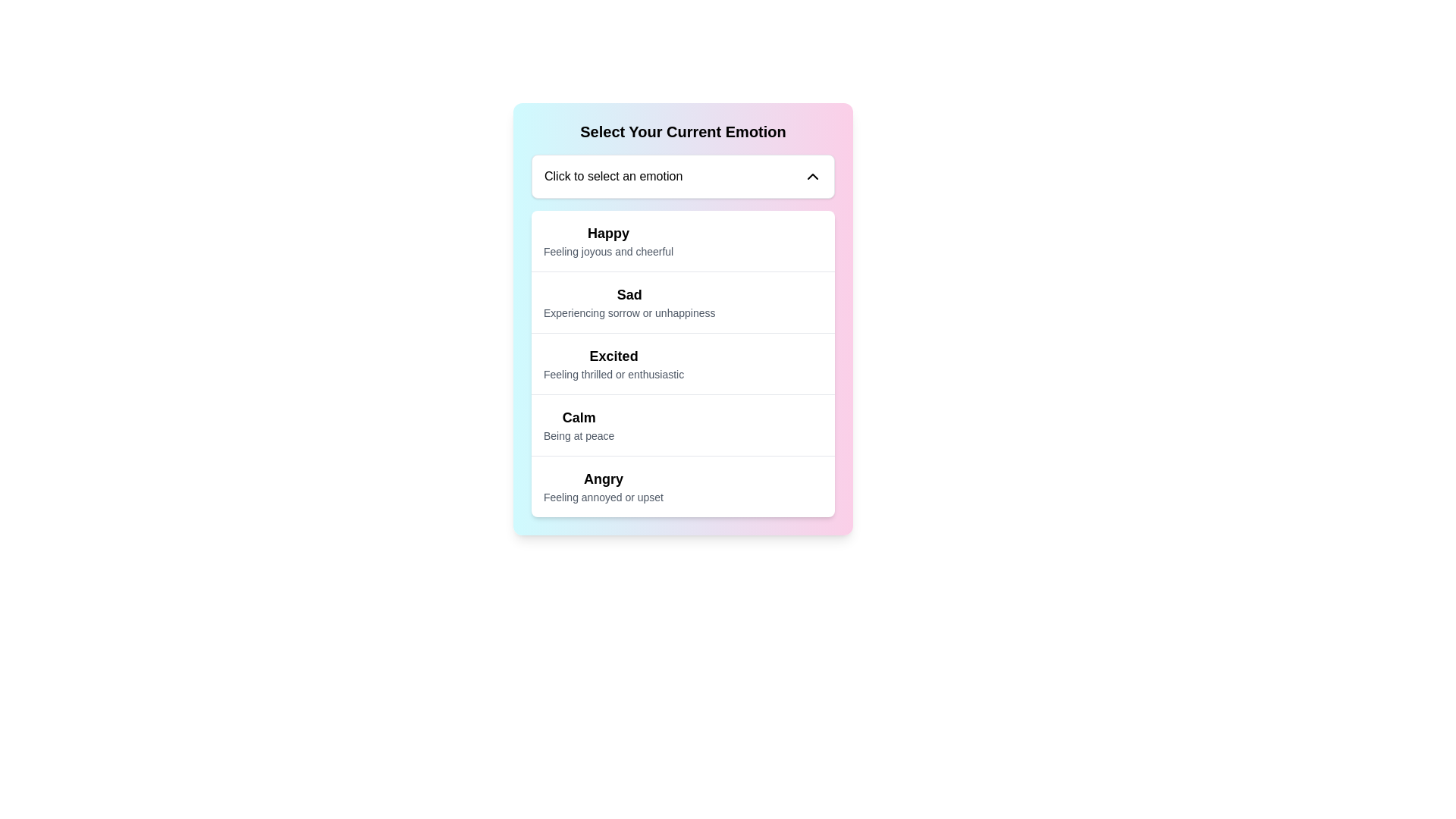 This screenshot has height=819, width=1456. I want to click on the upward-pointing chevron icon located at the far right side of the 'Click to select an emotion' box, so click(811, 175).